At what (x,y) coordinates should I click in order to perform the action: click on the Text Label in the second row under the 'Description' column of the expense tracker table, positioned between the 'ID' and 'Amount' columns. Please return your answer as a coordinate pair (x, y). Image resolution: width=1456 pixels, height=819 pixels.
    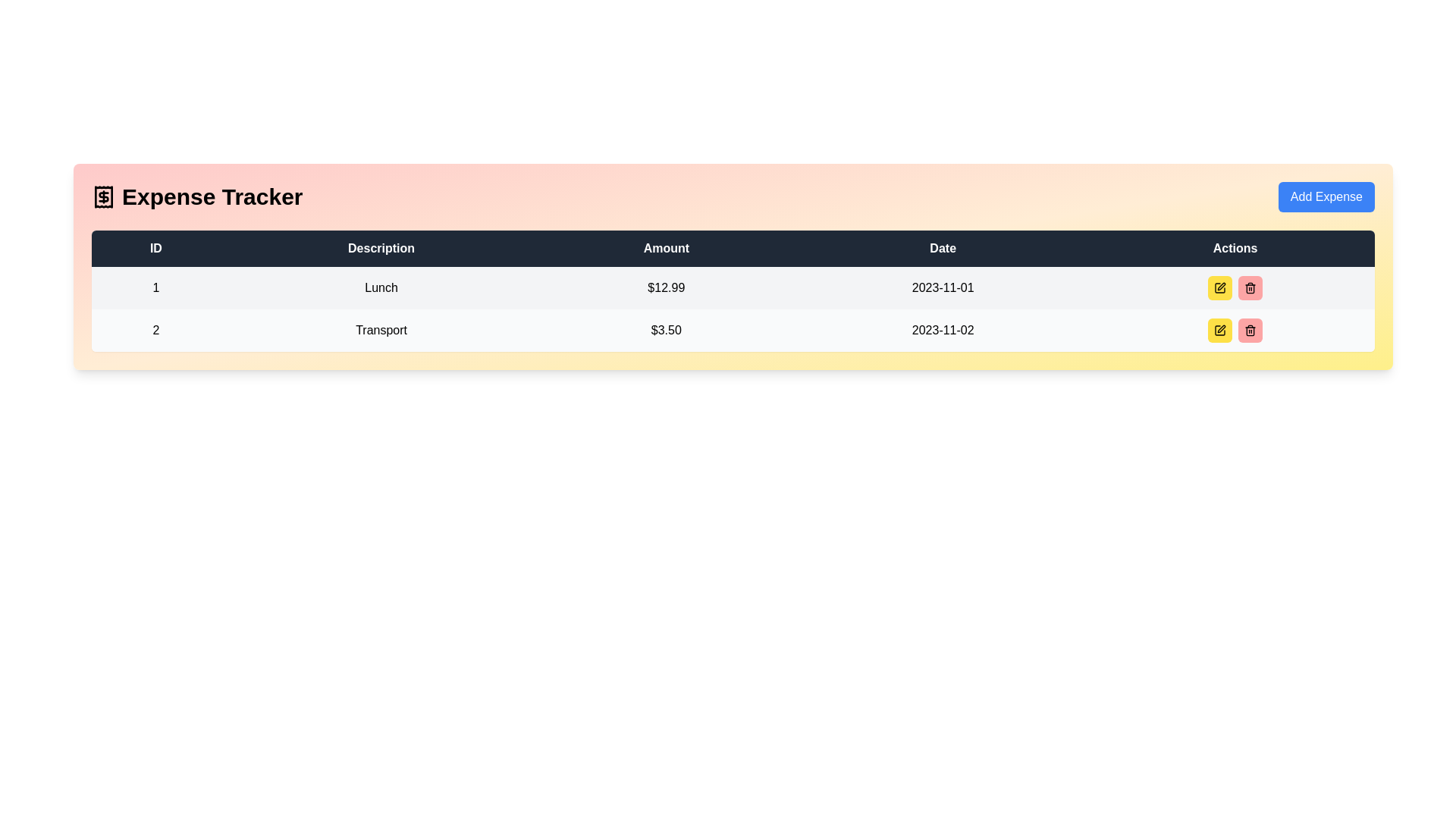
    Looking at the image, I should click on (381, 329).